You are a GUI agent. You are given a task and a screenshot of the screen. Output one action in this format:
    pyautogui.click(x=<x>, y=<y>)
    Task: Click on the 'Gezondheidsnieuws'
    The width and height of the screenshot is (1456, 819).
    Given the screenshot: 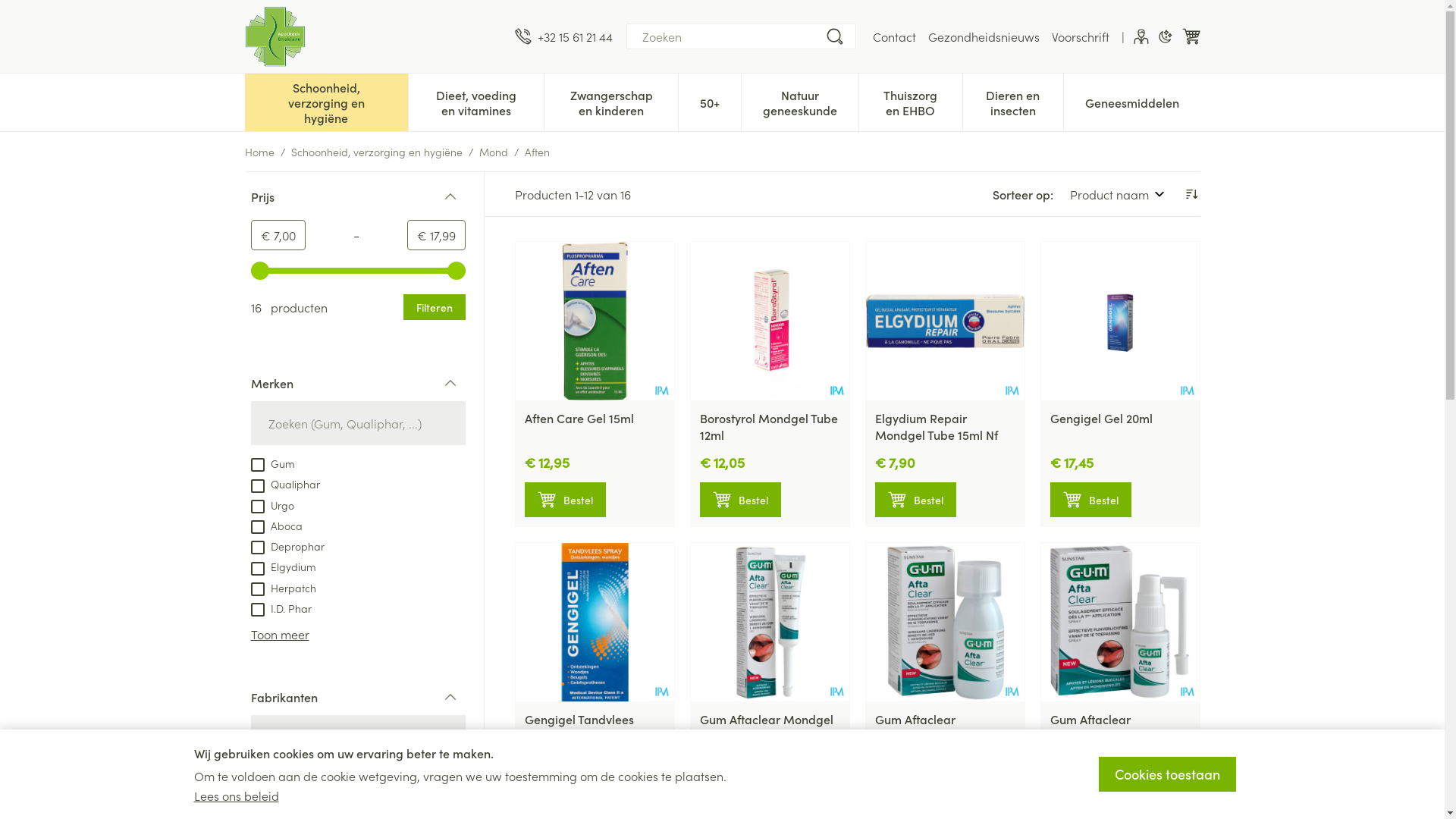 What is the action you would take?
    pyautogui.click(x=984, y=35)
    